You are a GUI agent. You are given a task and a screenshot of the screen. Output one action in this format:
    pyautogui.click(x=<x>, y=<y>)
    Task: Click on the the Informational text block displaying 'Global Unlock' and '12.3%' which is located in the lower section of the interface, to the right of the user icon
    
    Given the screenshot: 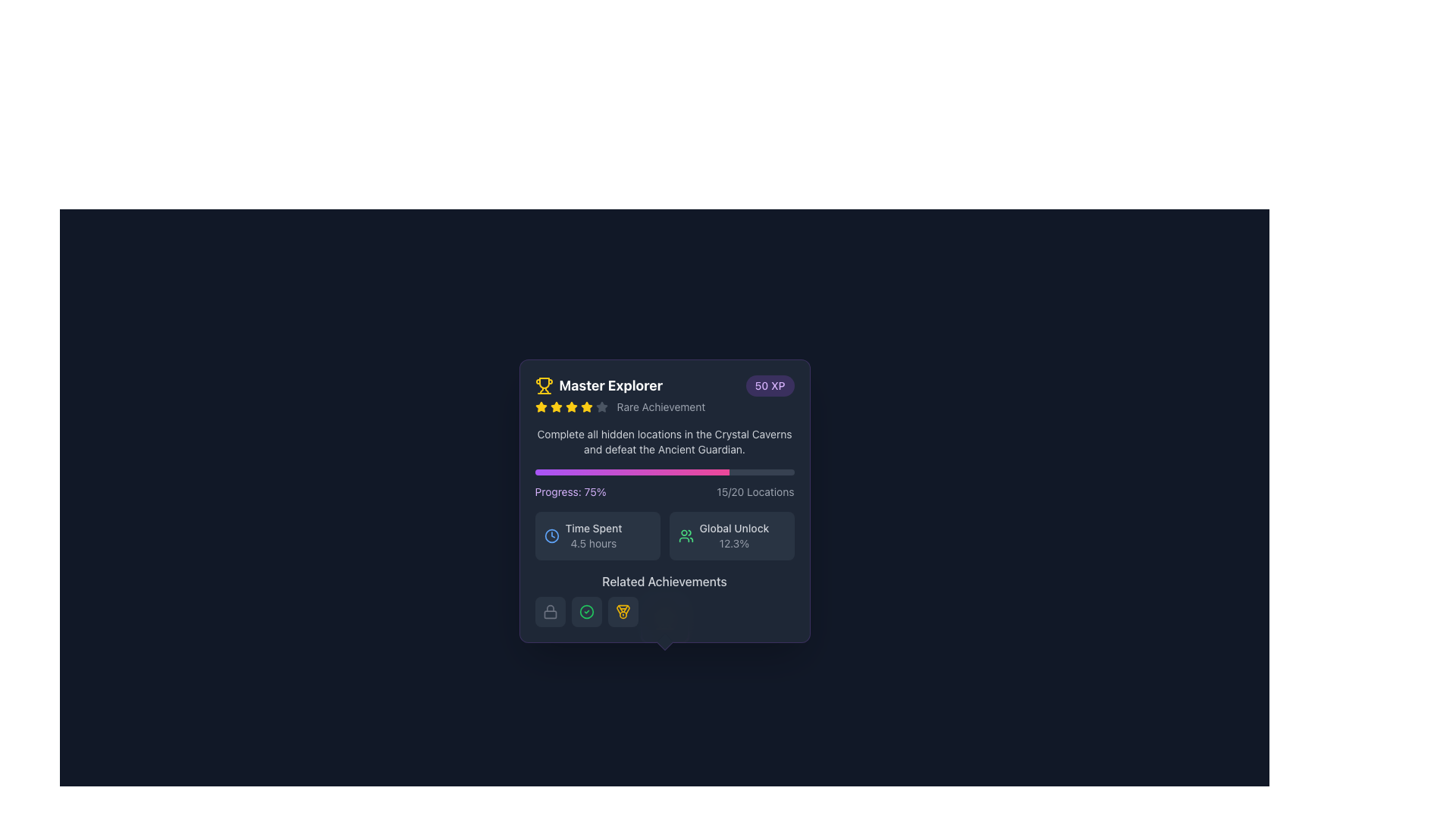 What is the action you would take?
    pyautogui.click(x=734, y=535)
    